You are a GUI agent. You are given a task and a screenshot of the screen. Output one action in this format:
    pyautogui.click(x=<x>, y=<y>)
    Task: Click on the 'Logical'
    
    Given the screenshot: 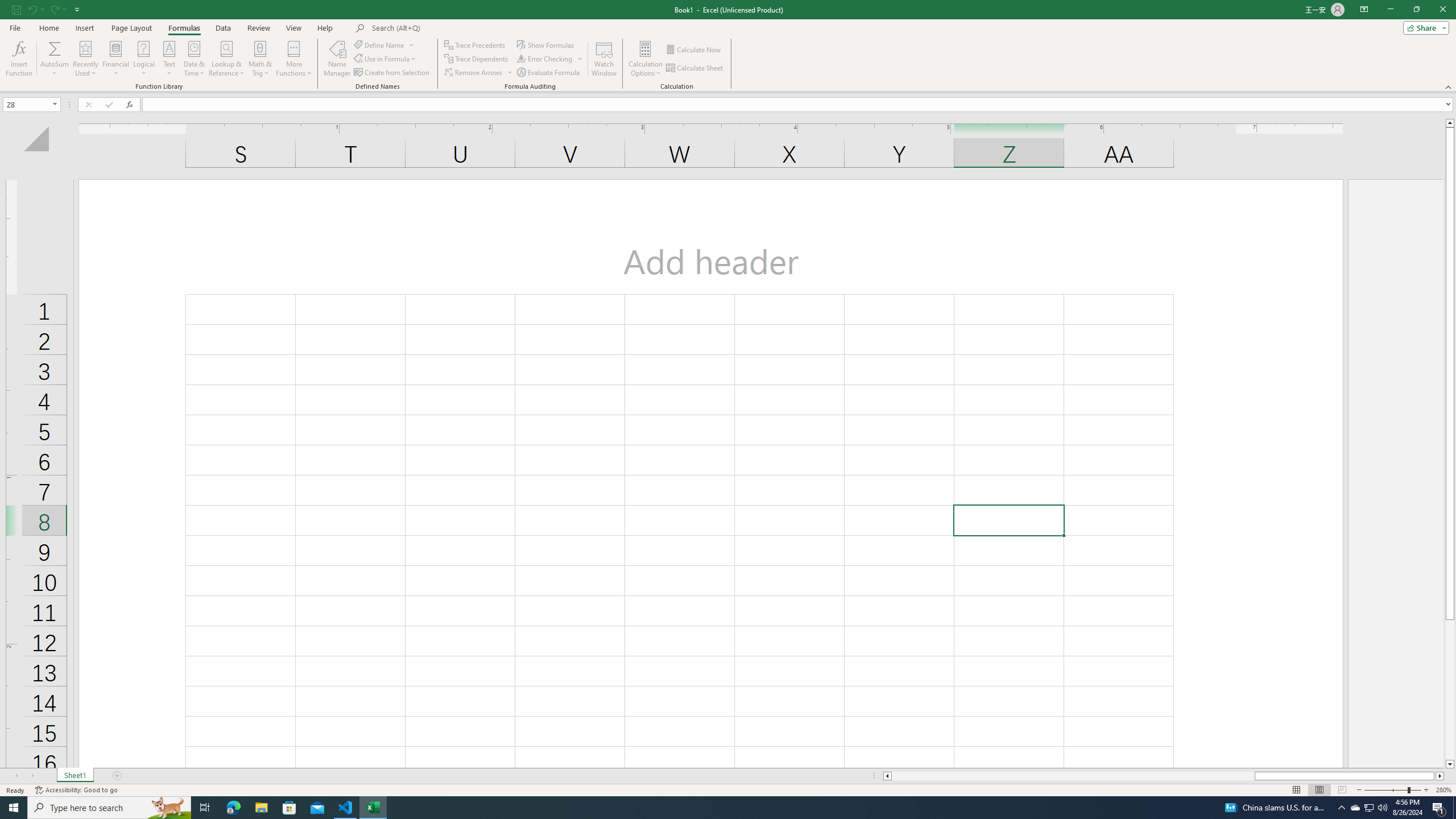 What is the action you would take?
    pyautogui.click(x=143, y=59)
    